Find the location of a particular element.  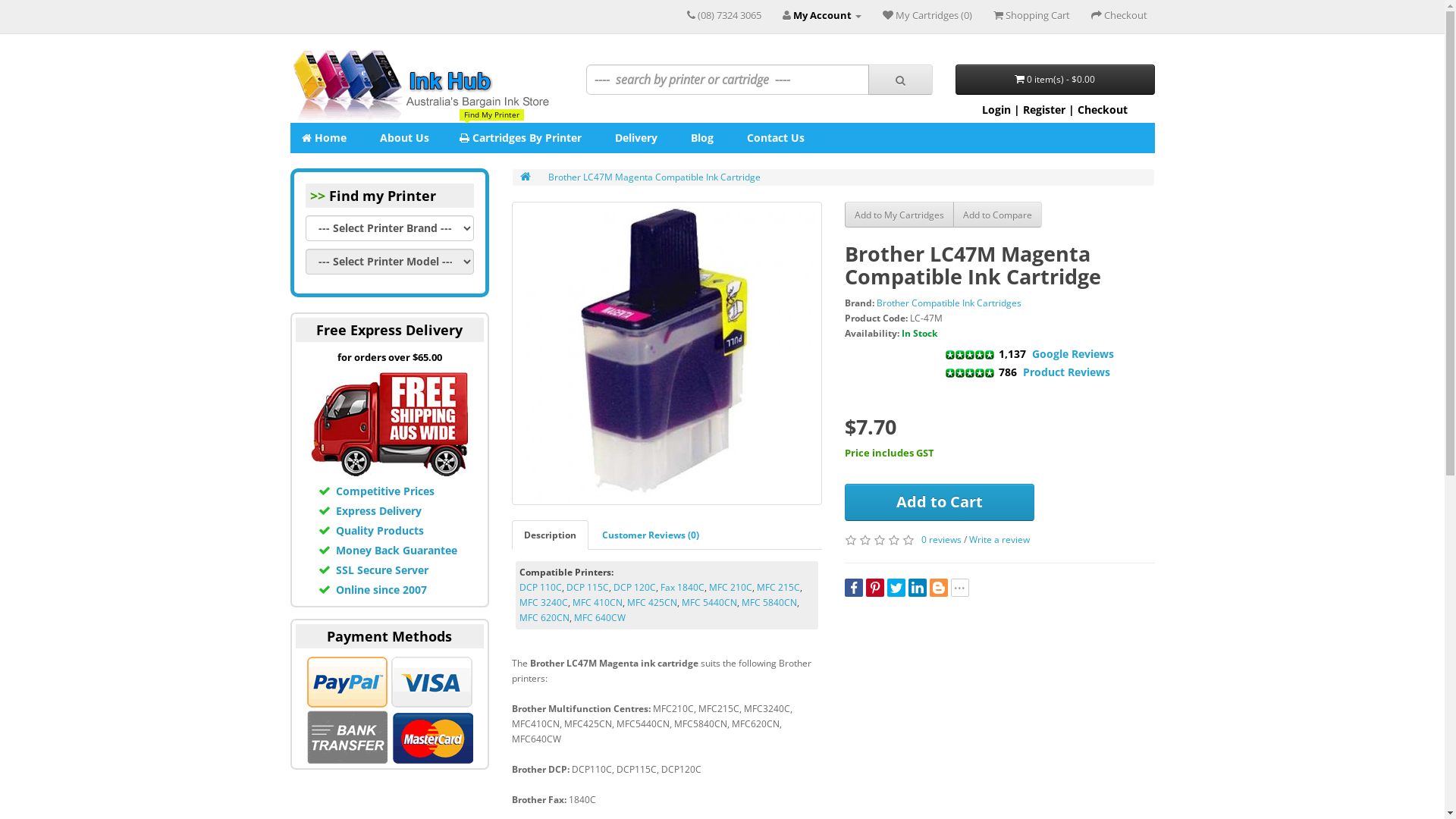

'Brother LC47M Magenta Compatible Ink Cartridge' is located at coordinates (666, 353).